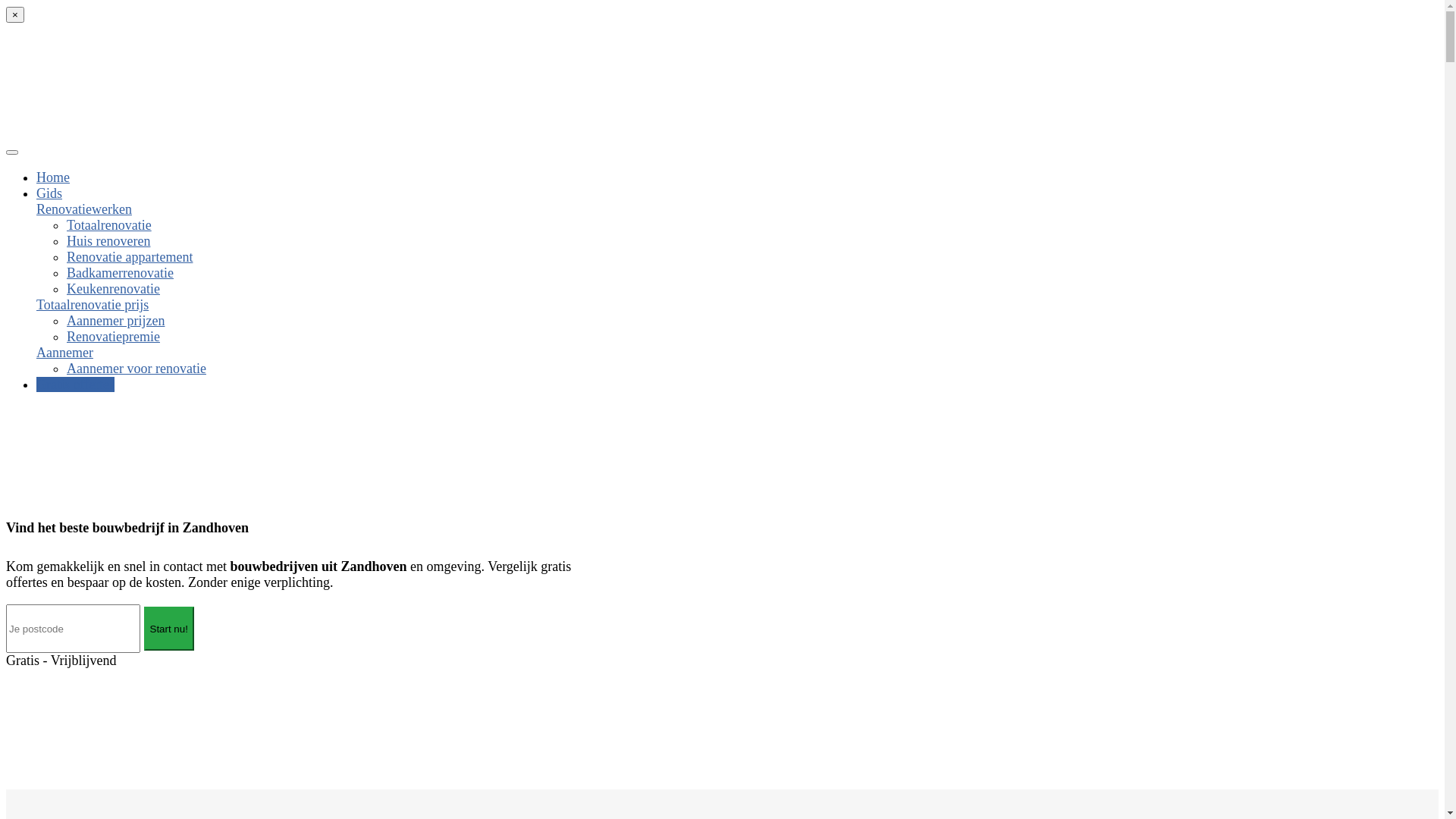 This screenshot has height=819, width=1456. Describe the element at coordinates (91, 304) in the screenshot. I see `'Totaalrenovatie prijs'` at that location.